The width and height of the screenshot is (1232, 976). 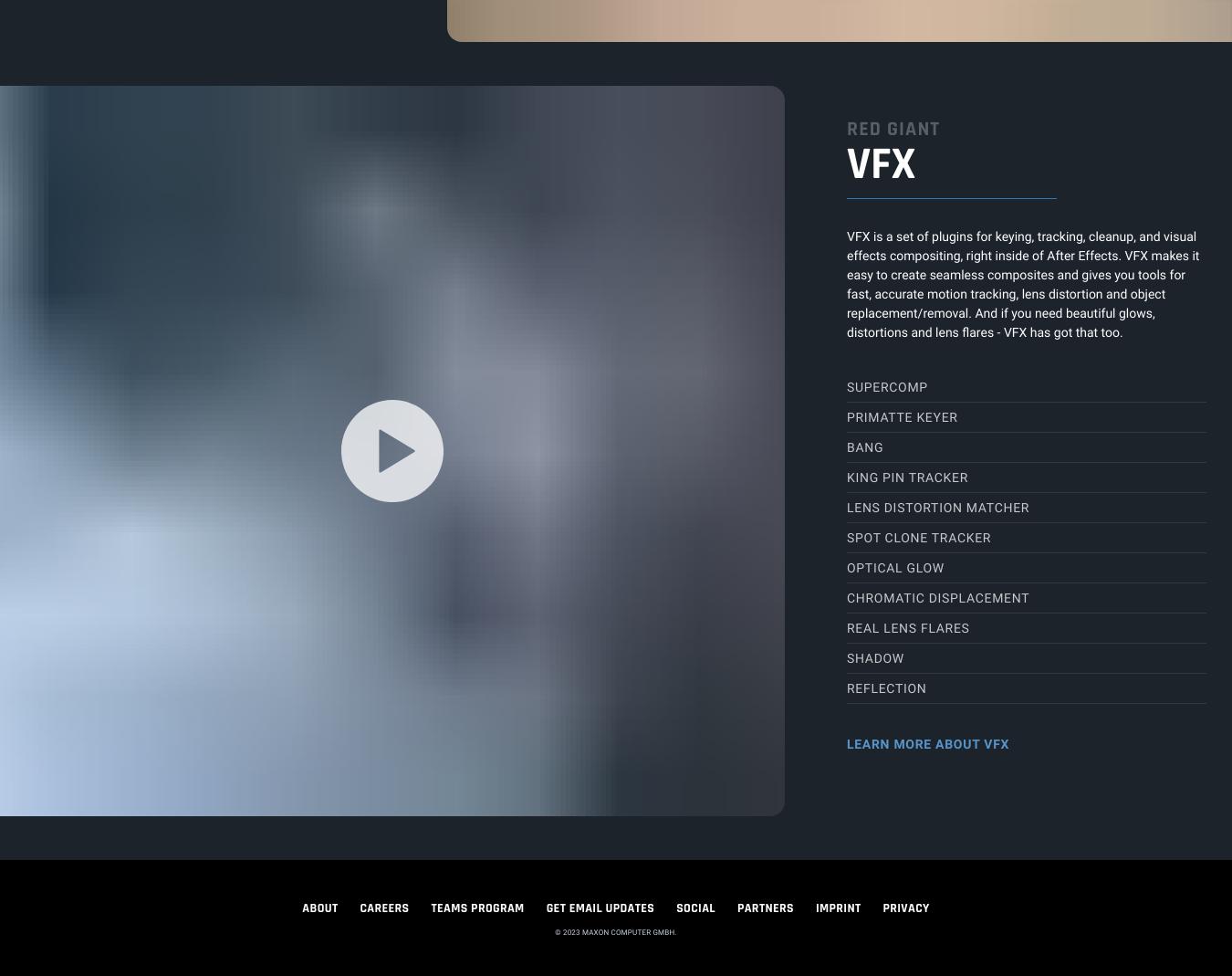 What do you see at coordinates (917, 538) in the screenshot?
I see `'Spot Clone Tracker'` at bounding box center [917, 538].